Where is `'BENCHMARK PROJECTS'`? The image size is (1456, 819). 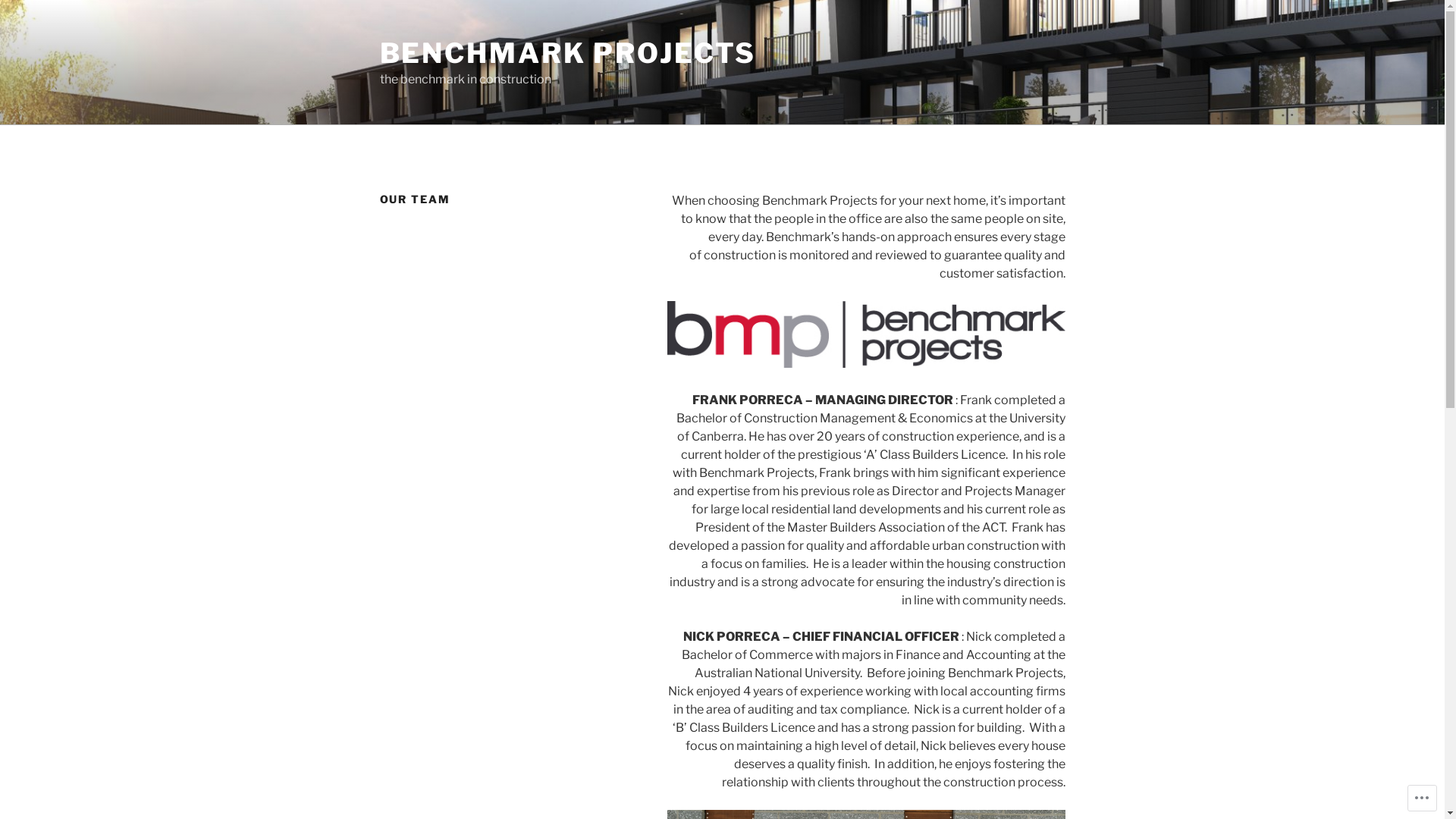 'BENCHMARK PROJECTS' is located at coordinates (566, 52).